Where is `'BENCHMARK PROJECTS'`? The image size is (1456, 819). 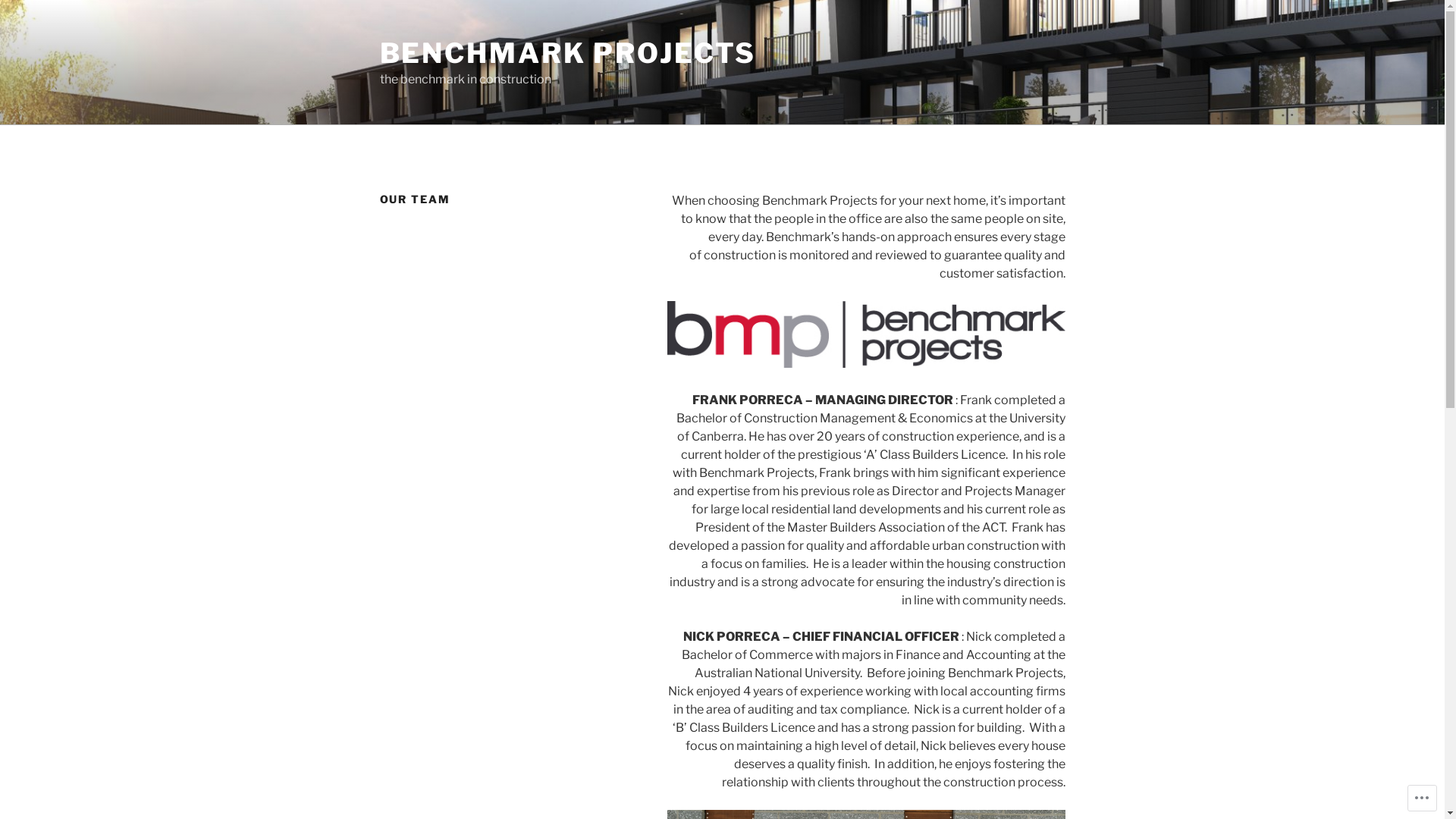 'BENCHMARK PROJECTS' is located at coordinates (566, 52).